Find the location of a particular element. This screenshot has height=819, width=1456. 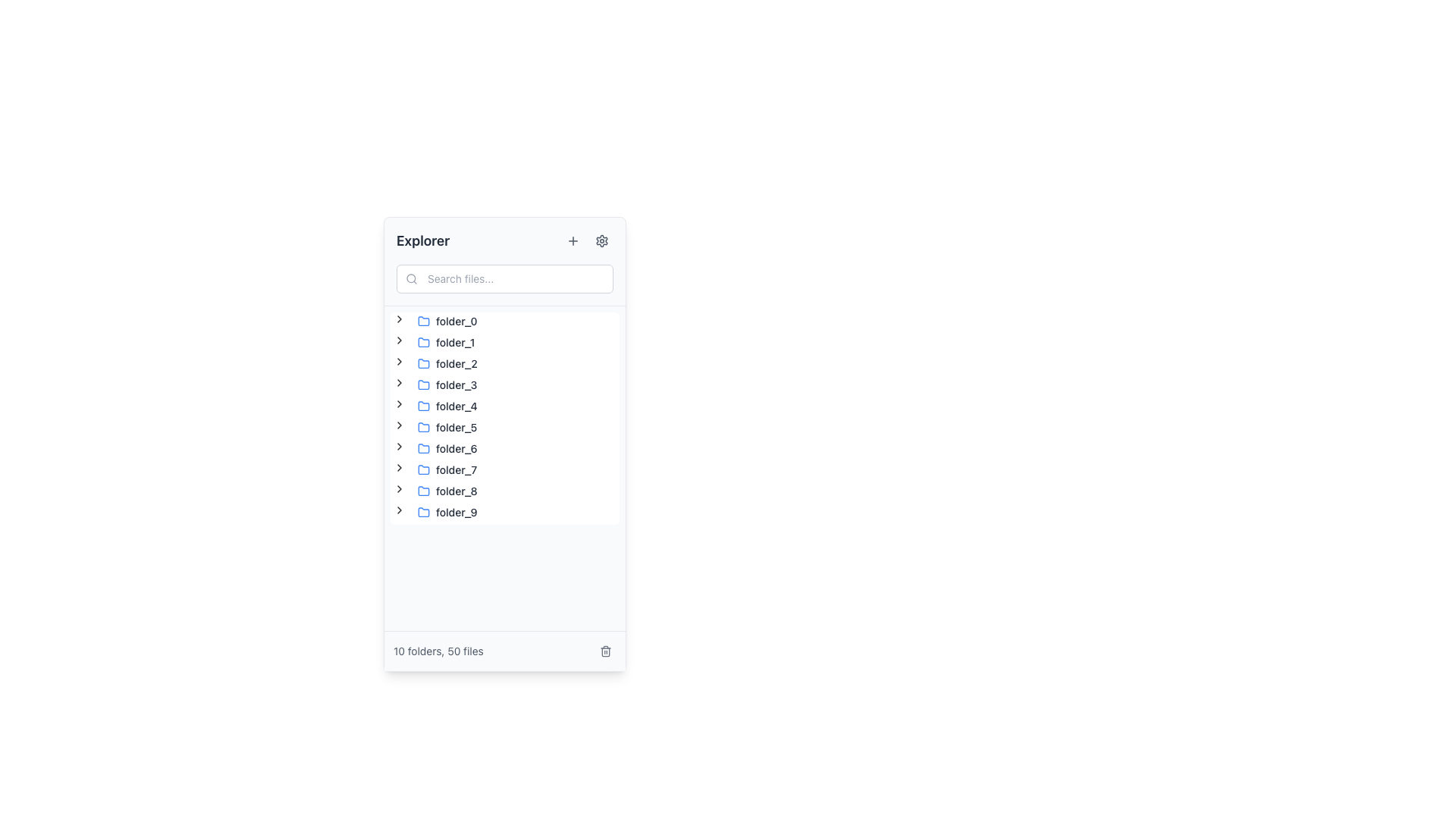

the list item labeled 'folder_1' in the left-side explorer panel is located at coordinates (445, 342).